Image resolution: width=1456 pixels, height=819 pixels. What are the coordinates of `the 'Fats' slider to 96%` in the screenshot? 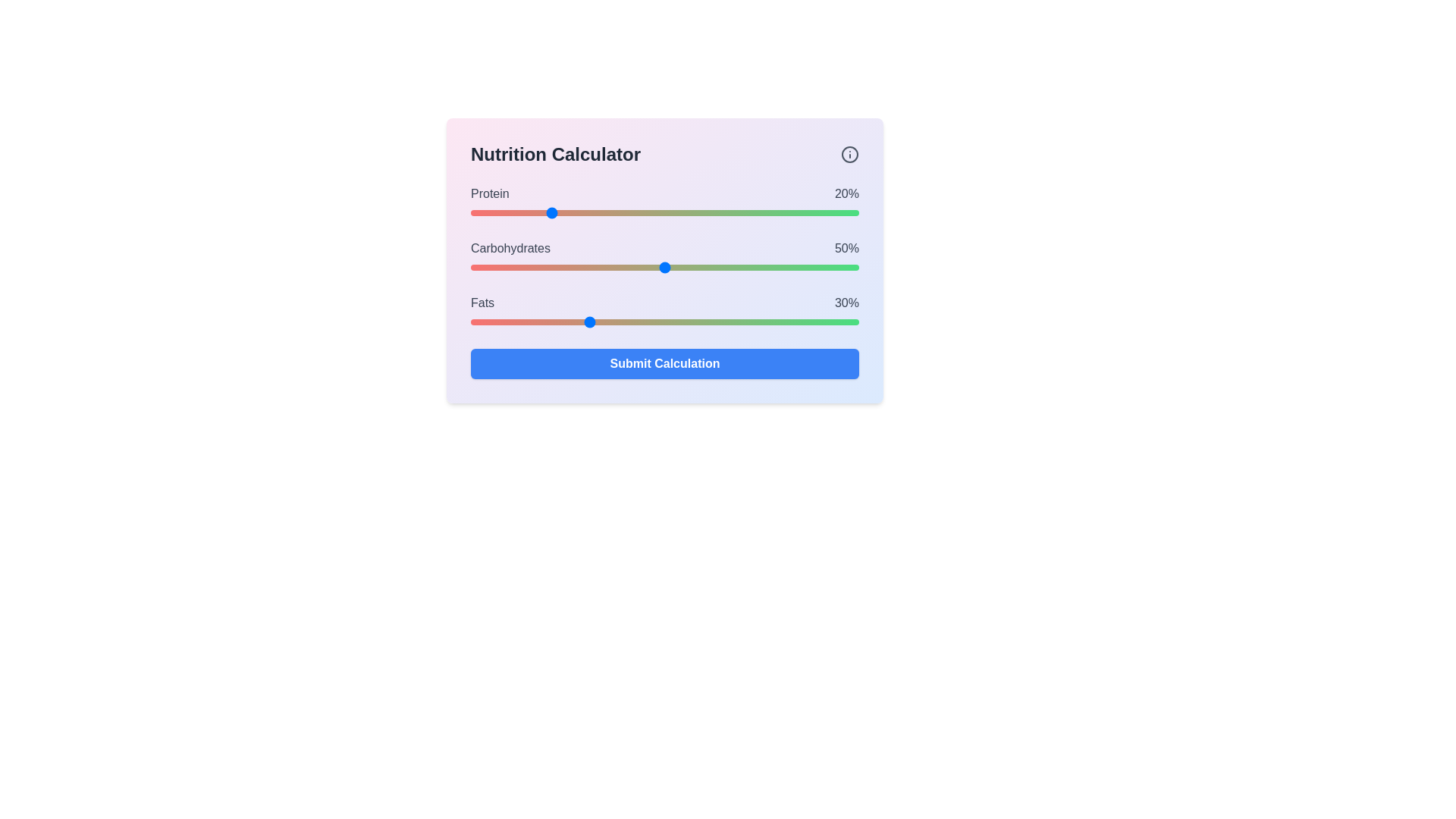 It's located at (843, 321).